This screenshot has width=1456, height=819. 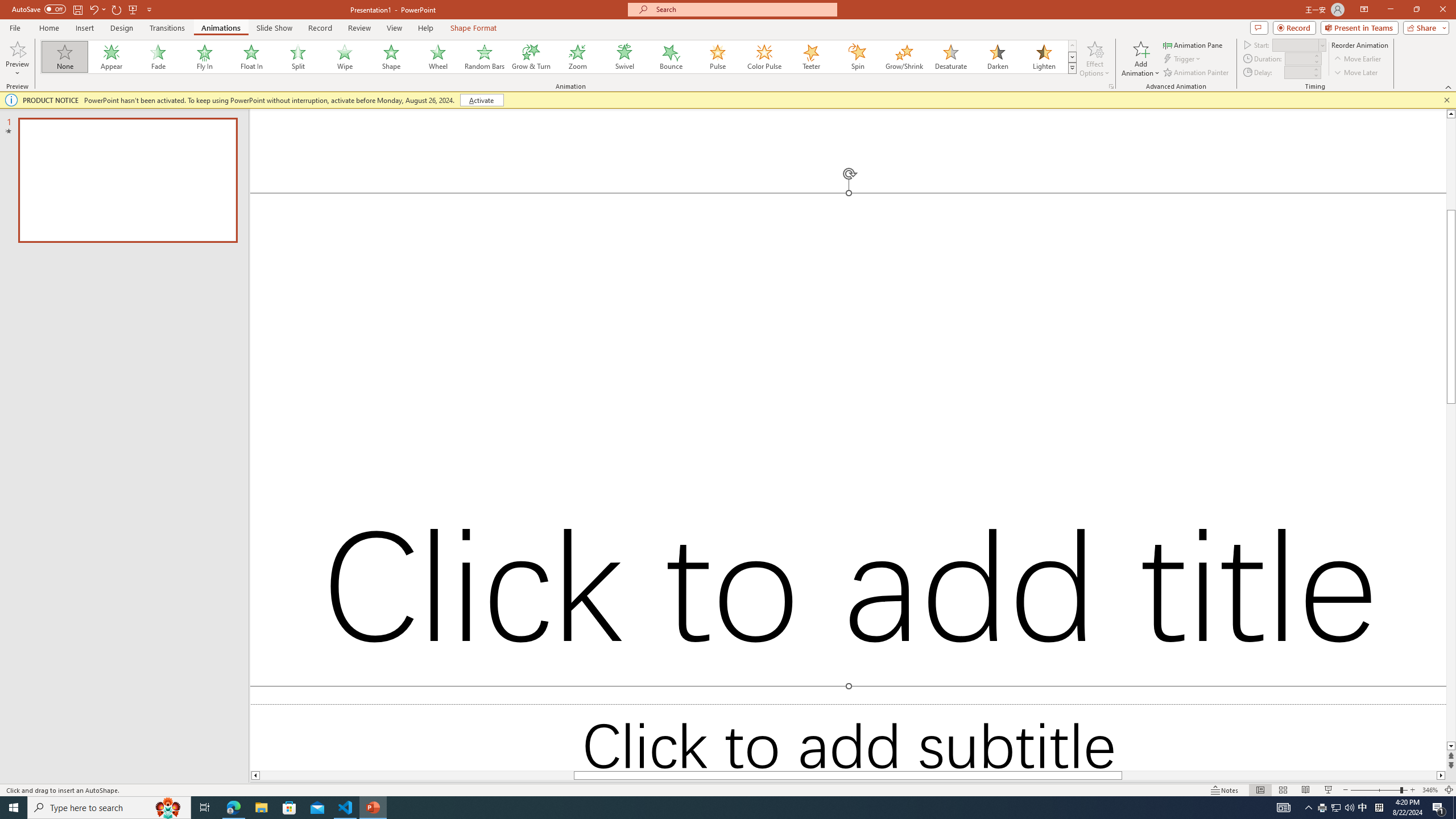 I want to click on 'Animation Styles', so click(x=1072, y=67).